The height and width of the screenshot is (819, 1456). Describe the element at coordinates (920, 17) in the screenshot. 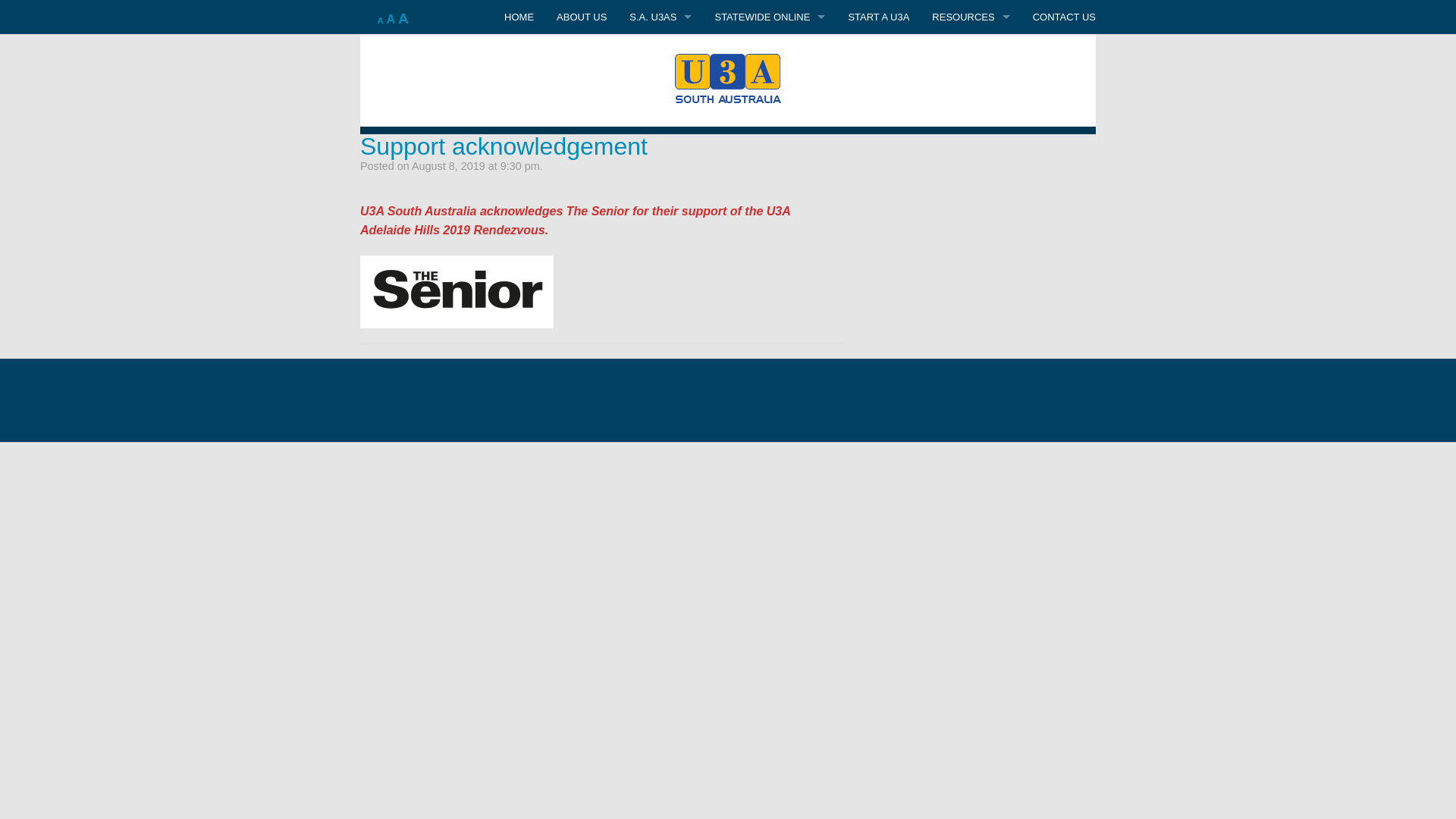

I see `'RESOURCES'` at that location.